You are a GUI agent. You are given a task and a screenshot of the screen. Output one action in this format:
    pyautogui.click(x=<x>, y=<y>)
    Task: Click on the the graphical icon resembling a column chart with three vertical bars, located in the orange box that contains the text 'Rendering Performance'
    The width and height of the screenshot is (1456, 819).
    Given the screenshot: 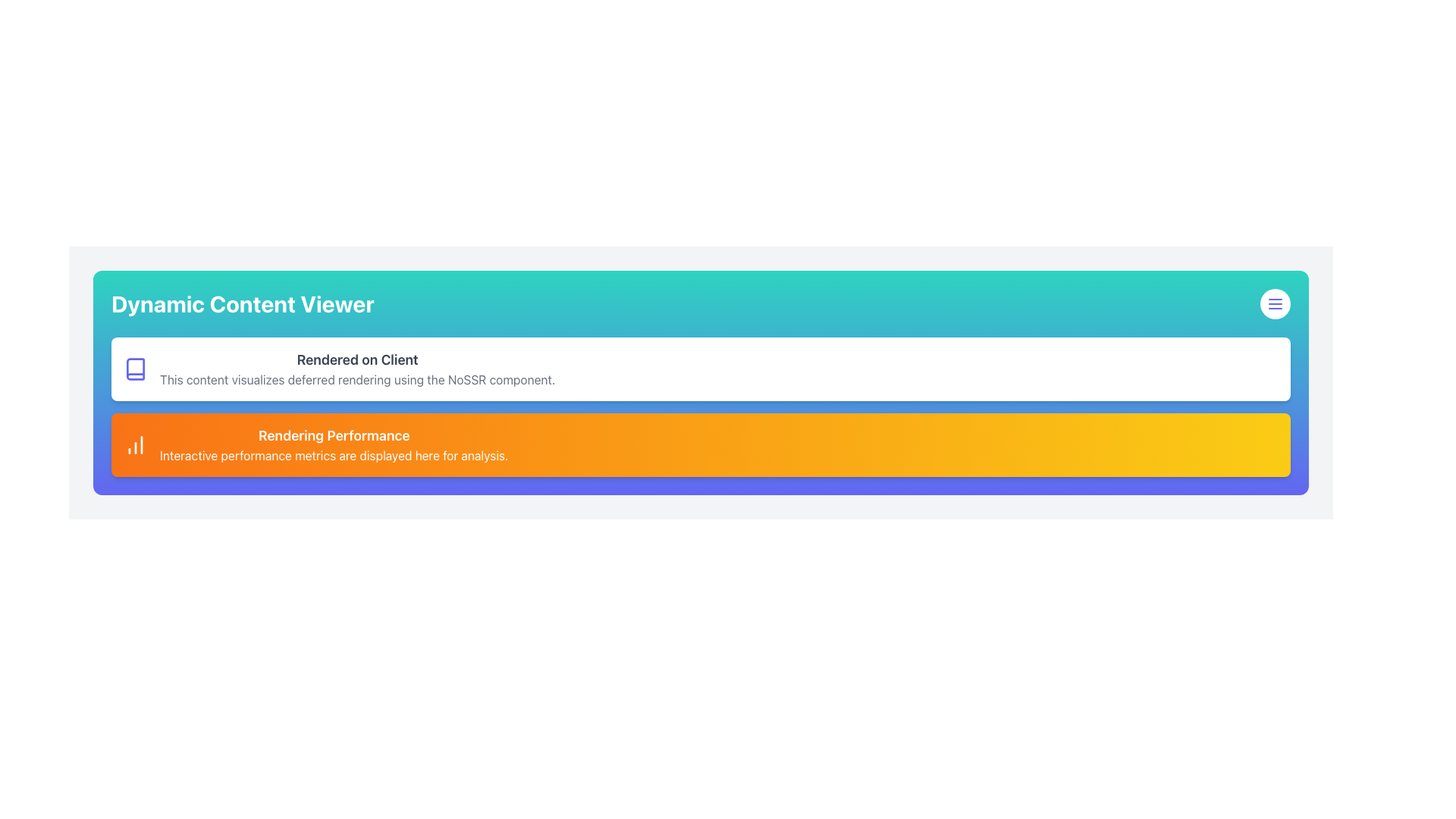 What is the action you would take?
    pyautogui.click(x=135, y=444)
    